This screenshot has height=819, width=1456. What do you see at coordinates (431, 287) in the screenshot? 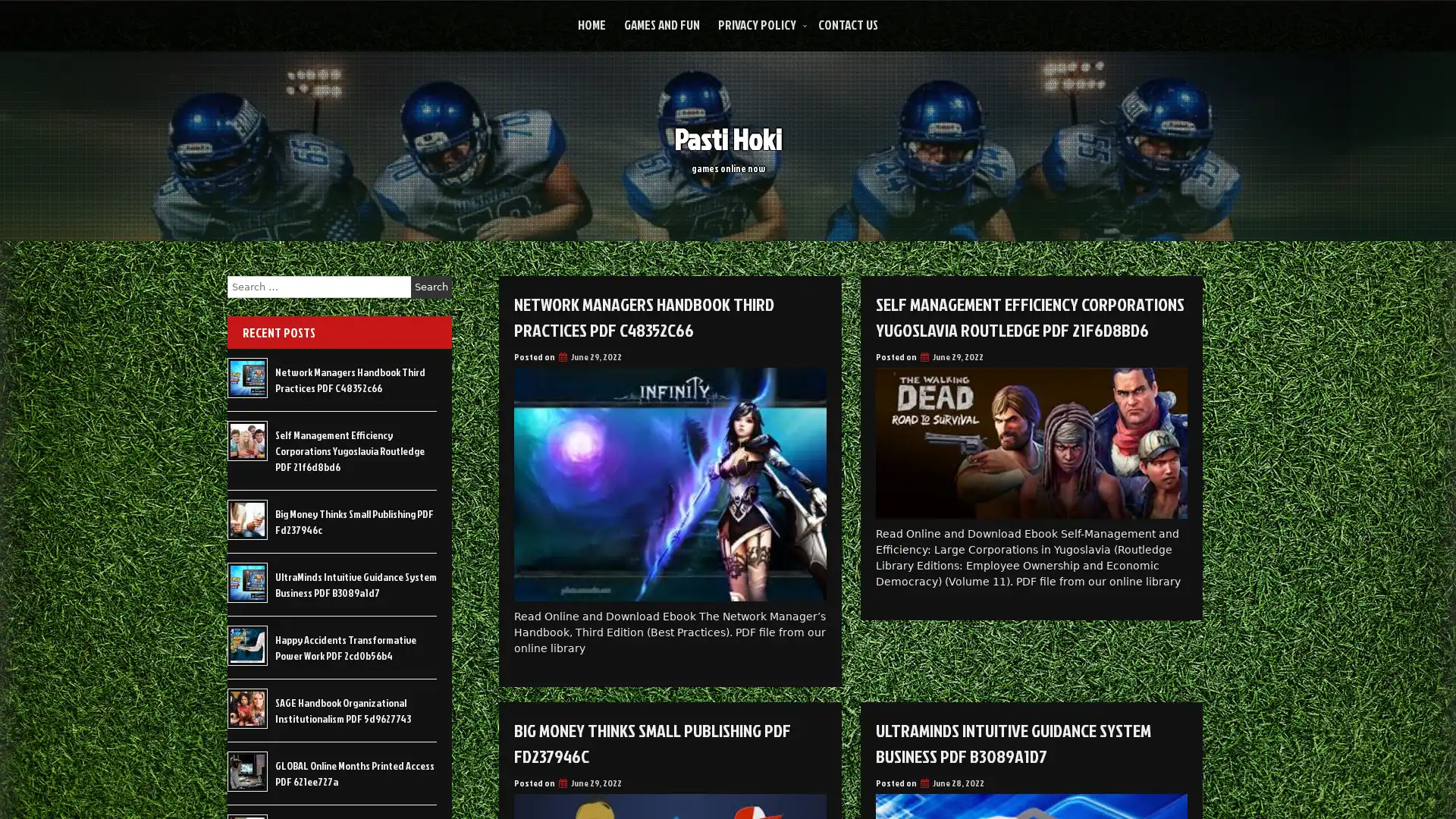
I see `Search` at bounding box center [431, 287].